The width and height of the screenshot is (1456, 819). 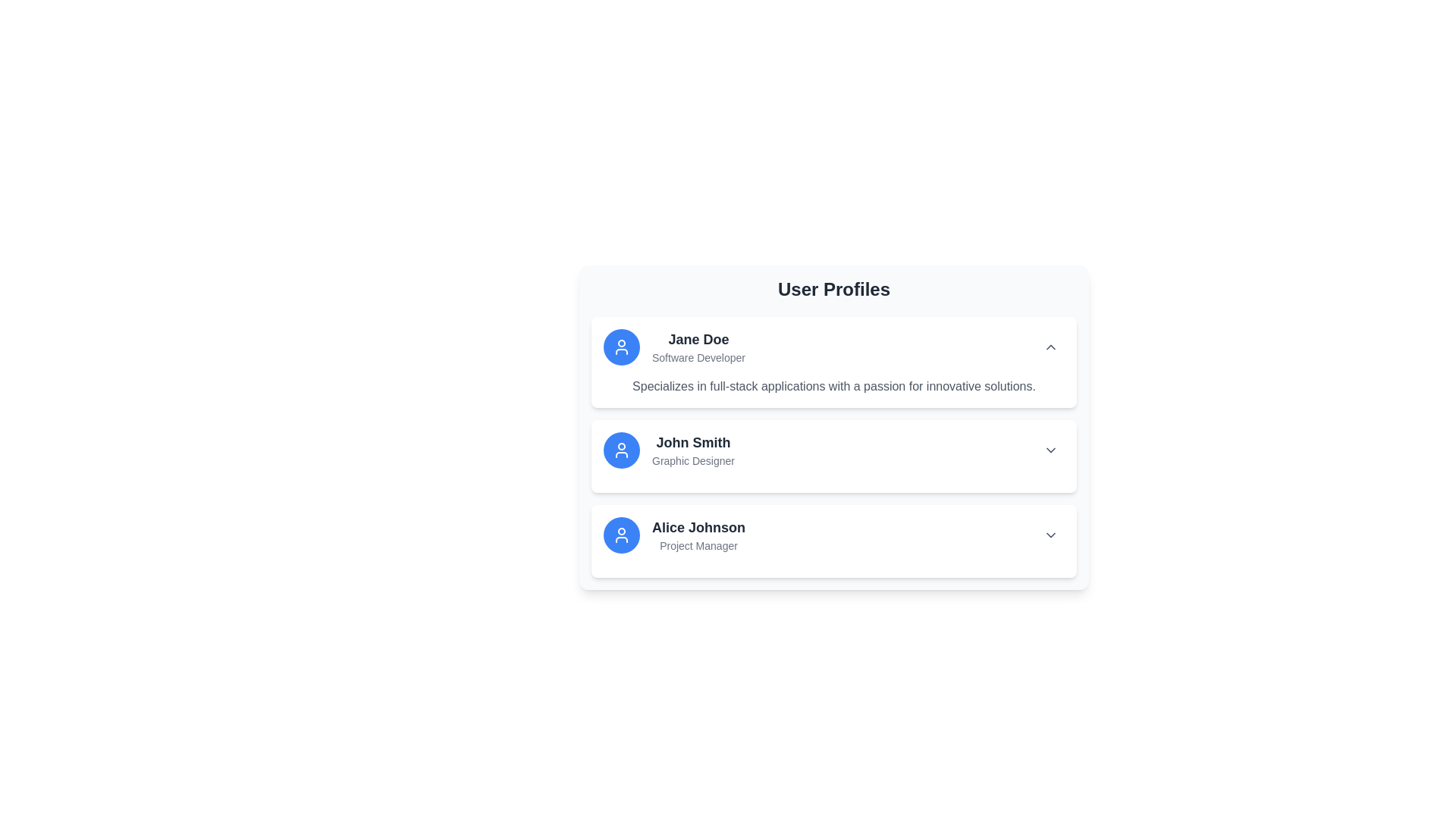 I want to click on the toggle button located in the right area of the card for 'John Smith', so click(x=1050, y=450).